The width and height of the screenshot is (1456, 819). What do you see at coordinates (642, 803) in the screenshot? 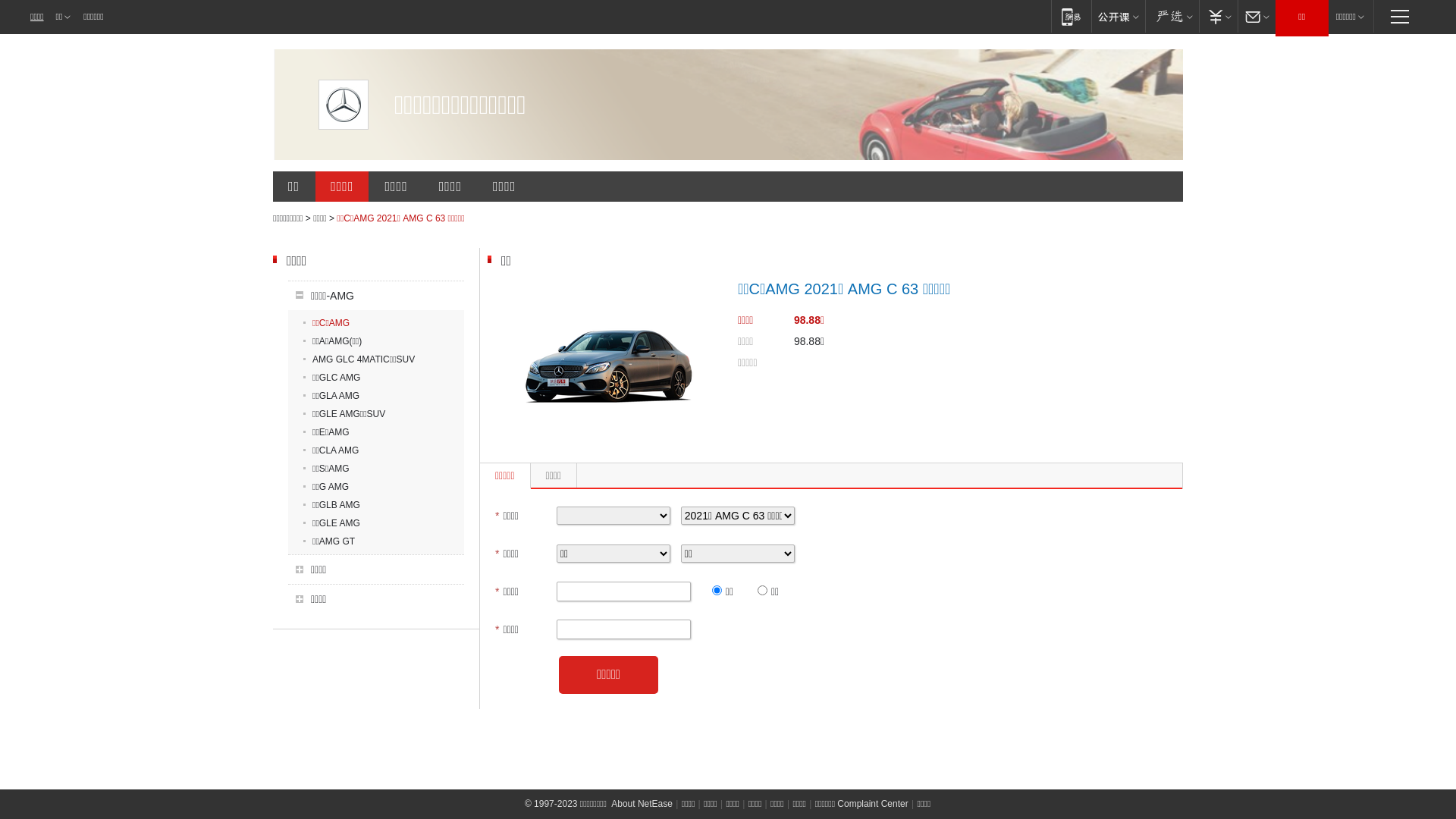
I see `'About NetEase'` at bounding box center [642, 803].